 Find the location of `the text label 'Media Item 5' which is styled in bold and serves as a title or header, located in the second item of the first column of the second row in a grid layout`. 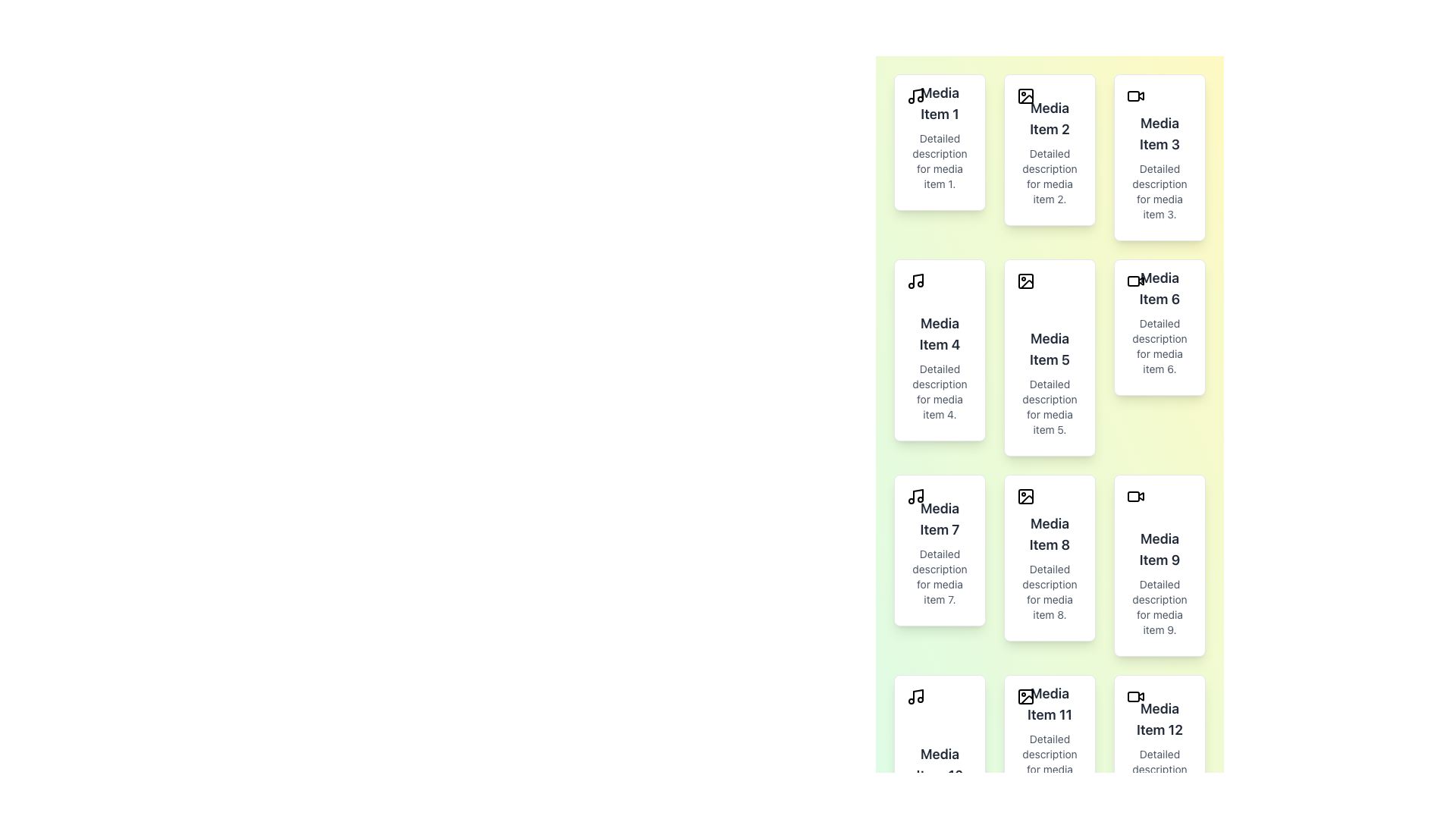

the text label 'Media Item 5' which is styled in bold and serves as a title or header, located in the second item of the first column of the second row in a grid layout is located at coordinates (1049, 350).